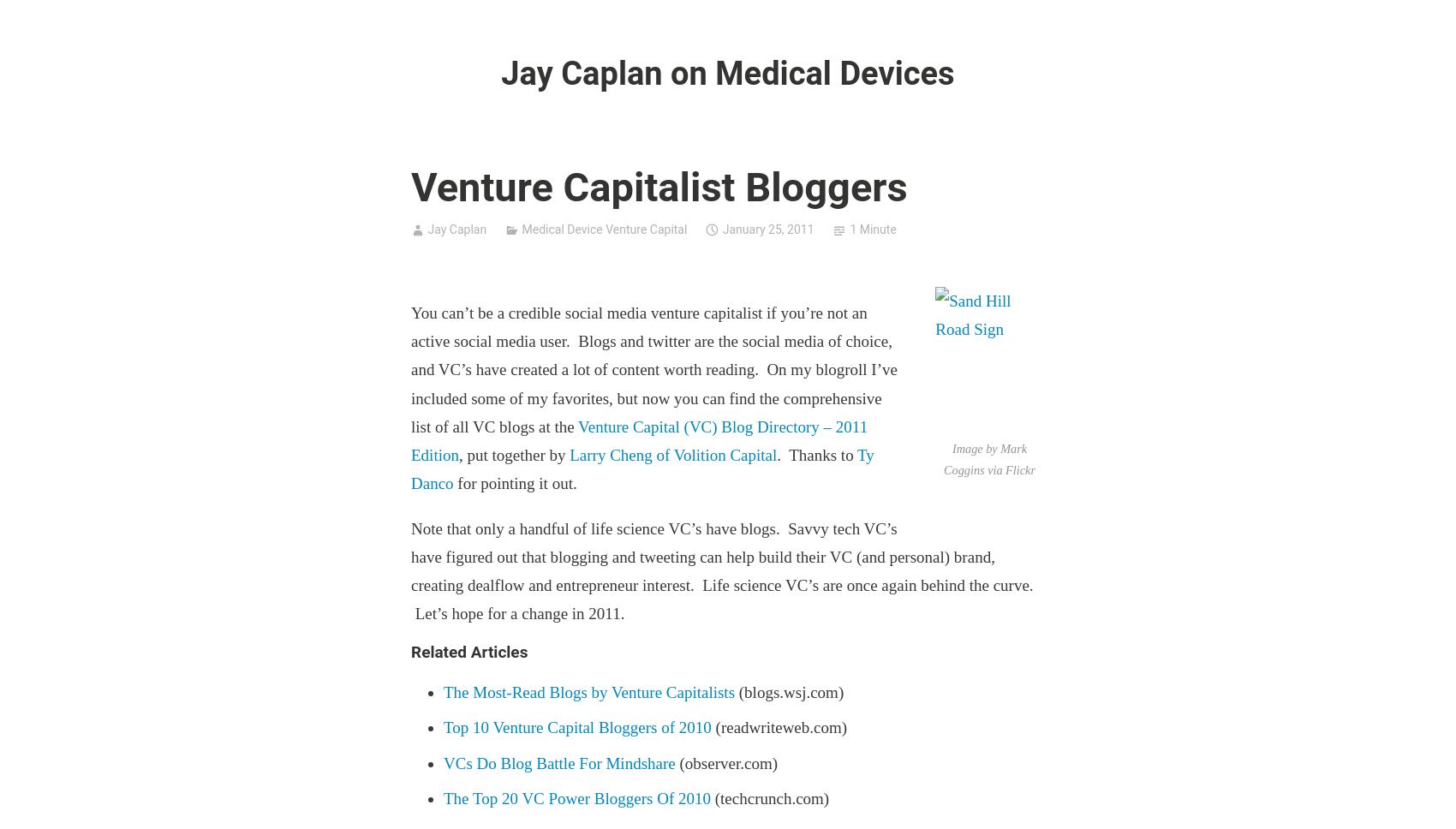 The width and height of the screenshot is (1456, 829). Describe the element at coordinates (726, 72) in the screenshot. I see `'Jay Caplan on Medical Devices'` at that location.